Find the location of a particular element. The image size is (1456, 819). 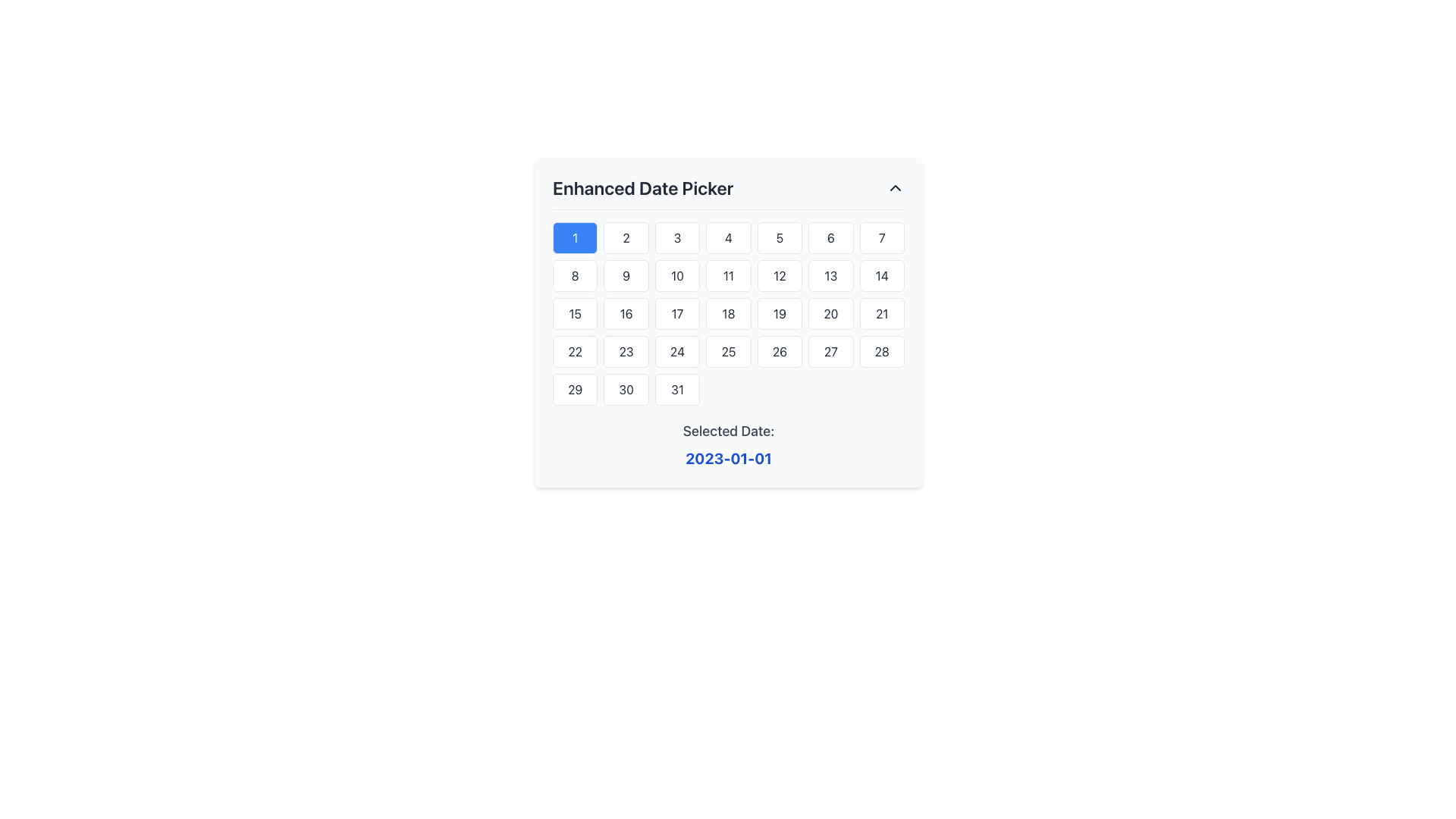

the button displaying the number '14' in the second row and seventh column of the grid in the date picker is located at coordinates (882, 275).